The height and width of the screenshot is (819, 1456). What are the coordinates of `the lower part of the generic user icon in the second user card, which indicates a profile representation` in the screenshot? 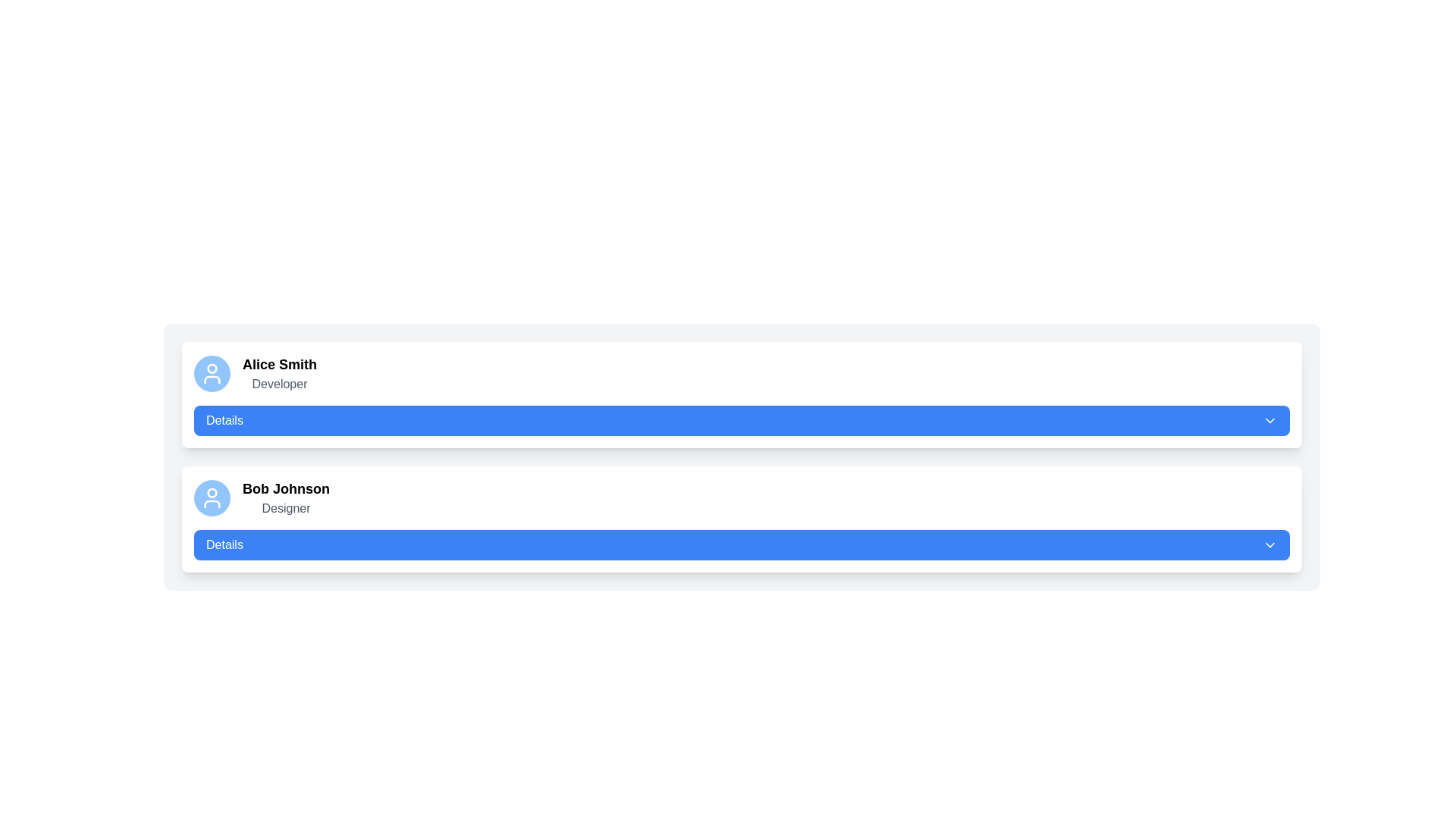 It's located at (211, 504).